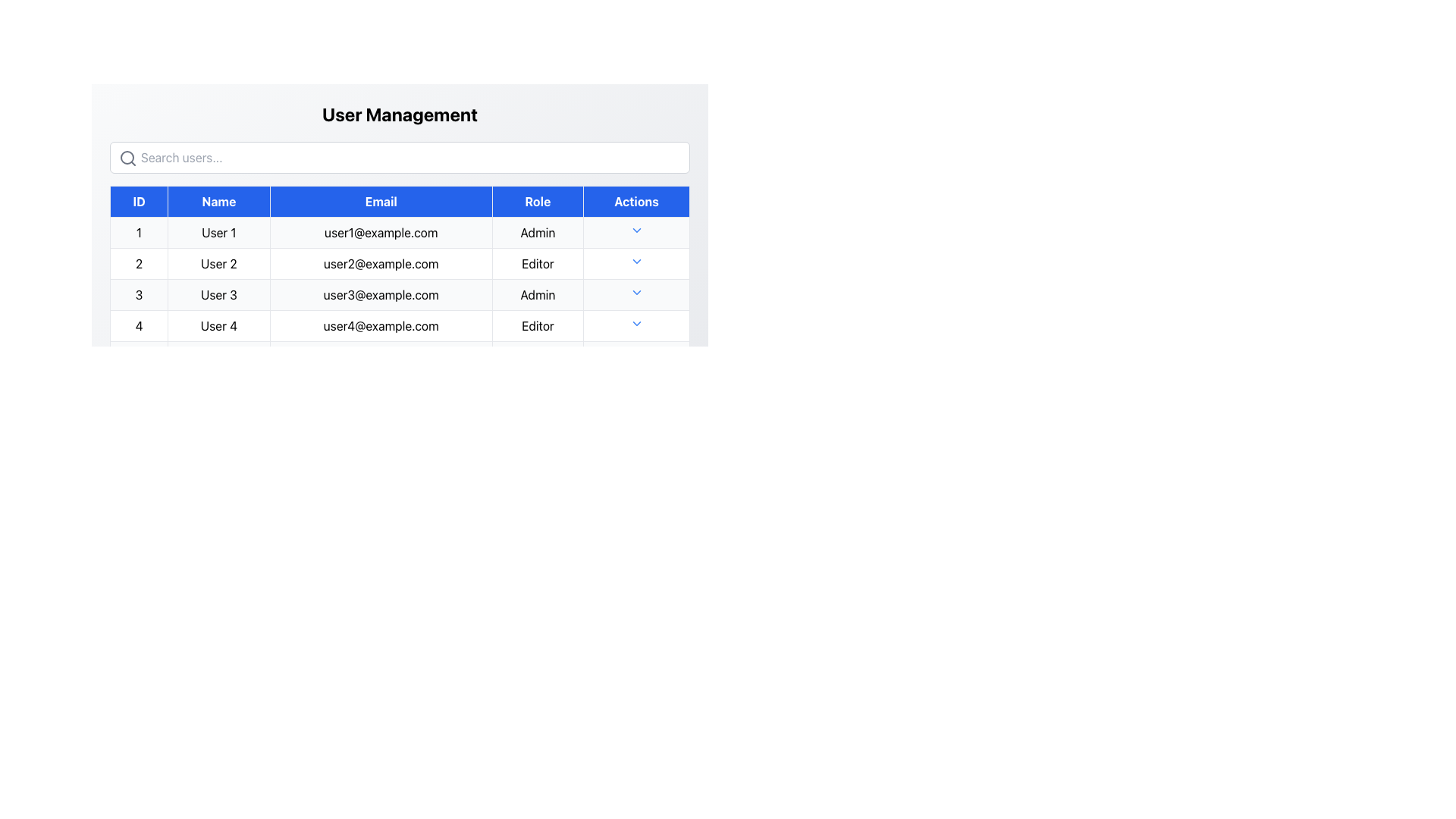 The height and width of the screenshot is (819, 1456). I want to click on the small chevron-down icon in the 'Actions' column of the second data row, adjacent to the 'Editor' role entry, so click(636, 260).